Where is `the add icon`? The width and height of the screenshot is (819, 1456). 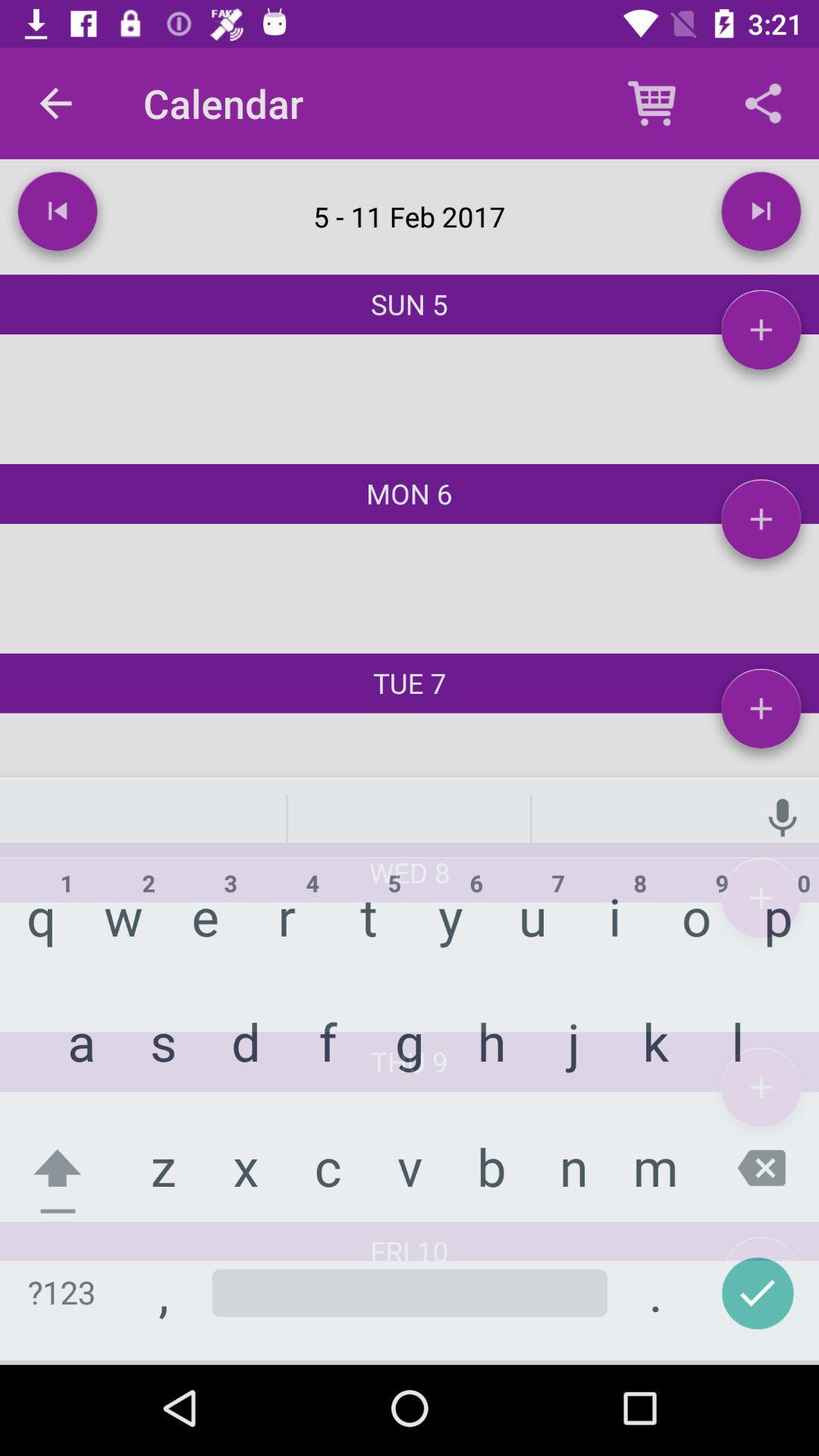
the add icon is located at coordinates (761, 334).